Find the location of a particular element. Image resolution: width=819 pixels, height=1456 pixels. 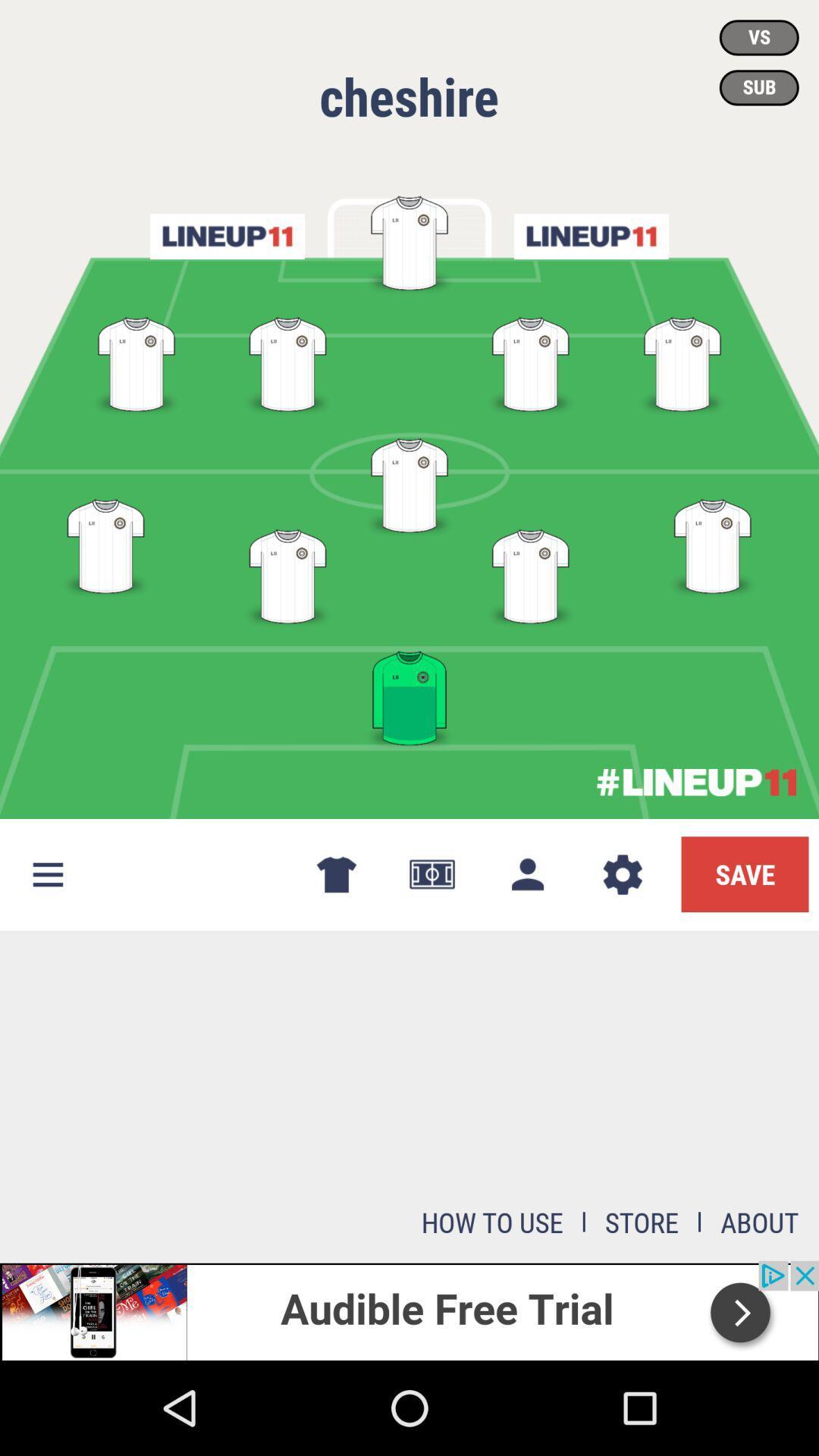

the image which is in green color at the bottom of the page is located at coordinates (409, 691).